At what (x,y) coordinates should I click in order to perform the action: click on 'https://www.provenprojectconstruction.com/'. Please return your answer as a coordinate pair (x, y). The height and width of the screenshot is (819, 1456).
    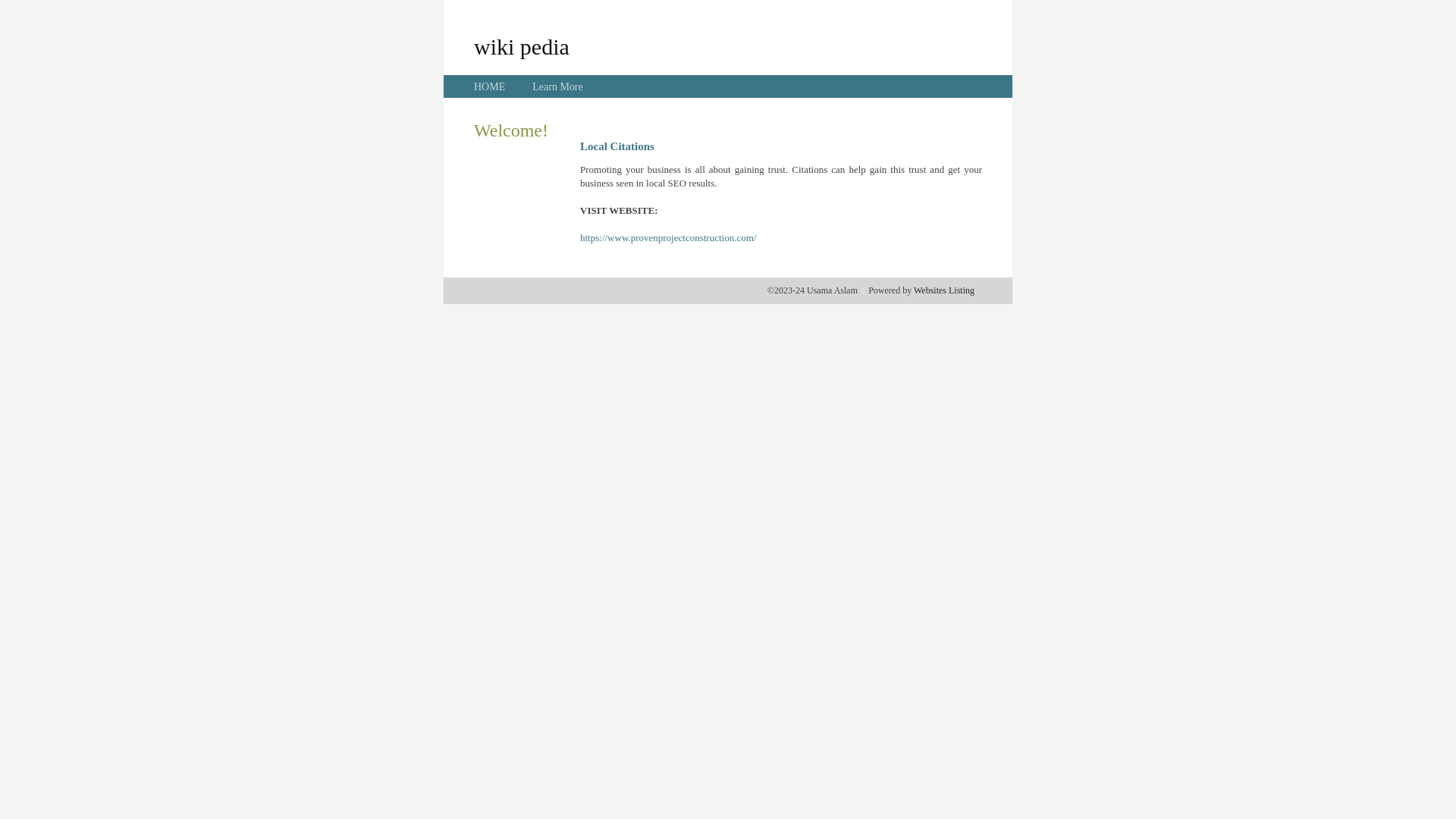
    Looking at the image, I should click on (667, 237).